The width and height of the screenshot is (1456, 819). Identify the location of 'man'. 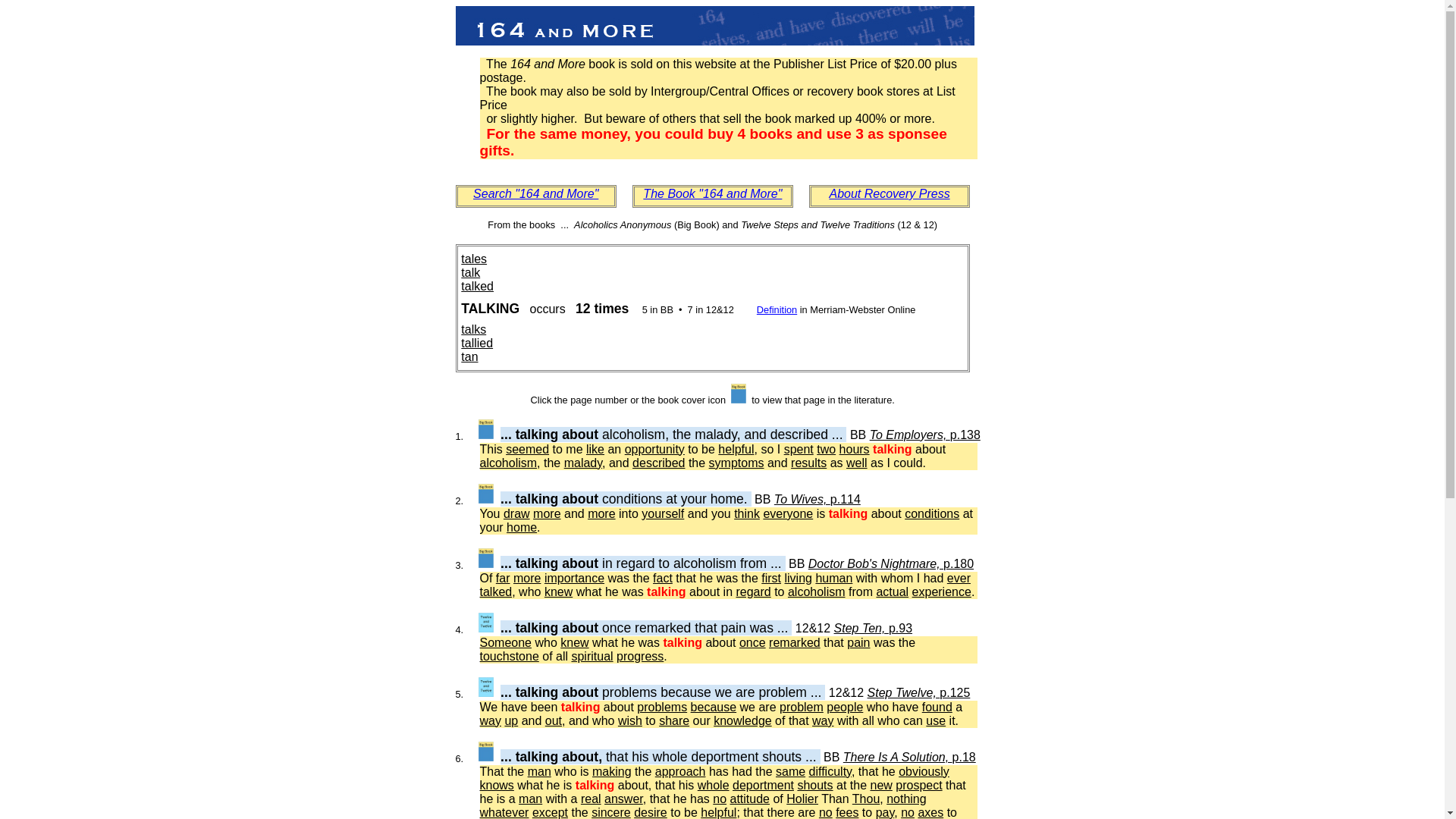
(539, 771).